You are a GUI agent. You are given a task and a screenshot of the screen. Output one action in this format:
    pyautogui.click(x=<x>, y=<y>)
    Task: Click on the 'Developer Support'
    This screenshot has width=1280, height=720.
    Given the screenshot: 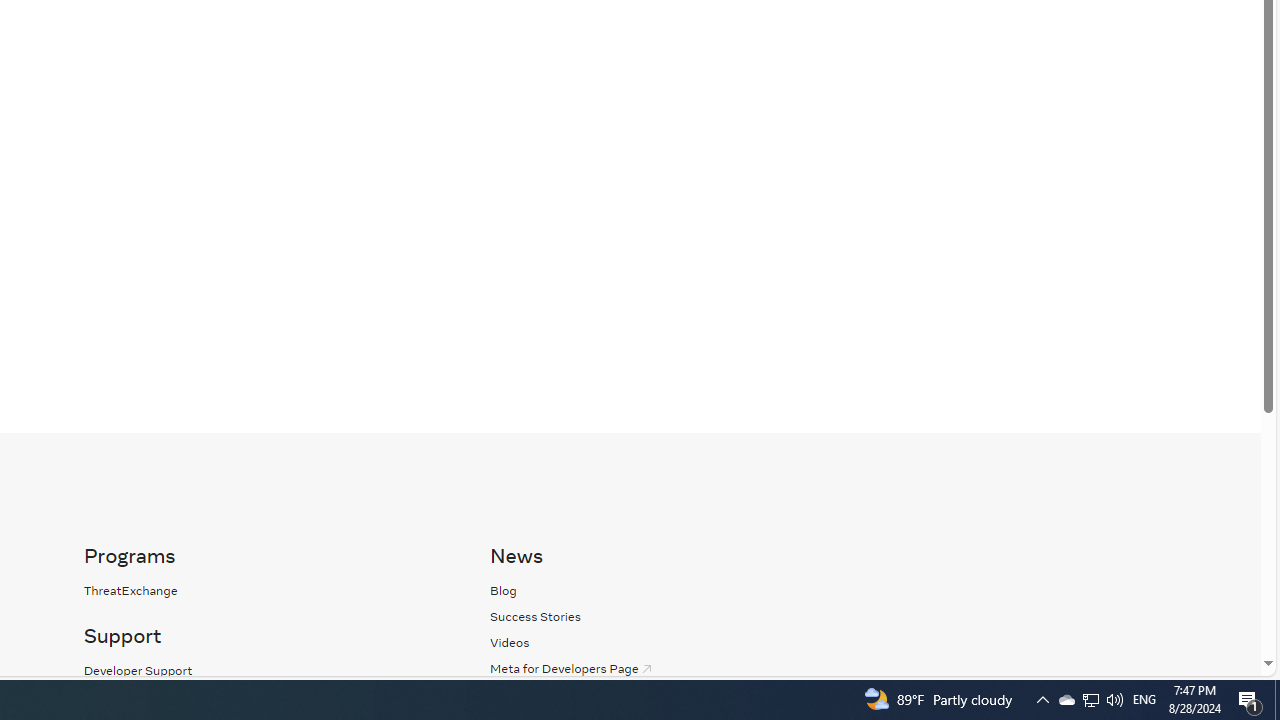 What is the action you would take?
    pyautogui.click(x=137, y=670)
    